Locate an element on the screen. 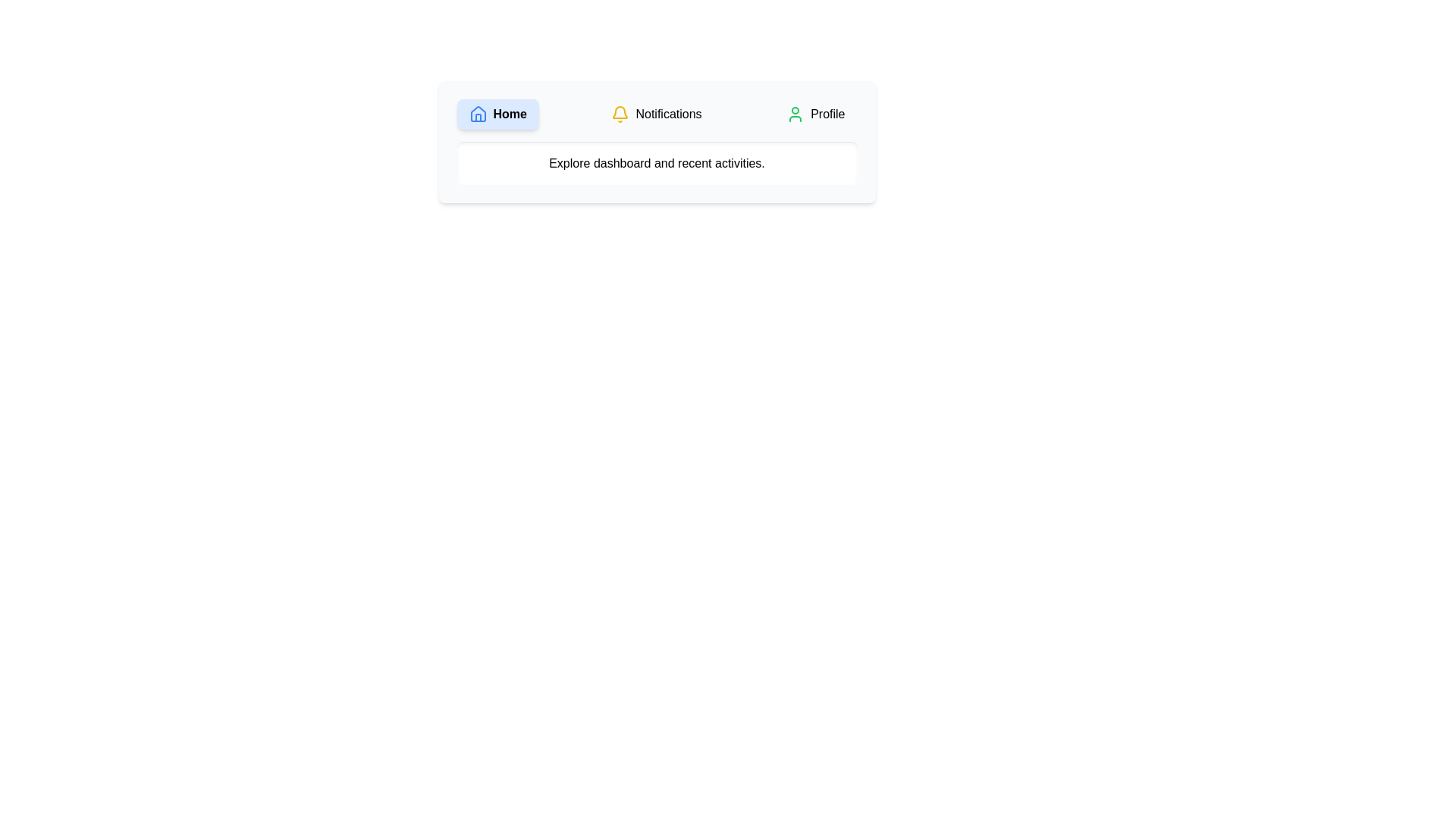  the tab labeled Notifications is located at coordinates (657, 113).